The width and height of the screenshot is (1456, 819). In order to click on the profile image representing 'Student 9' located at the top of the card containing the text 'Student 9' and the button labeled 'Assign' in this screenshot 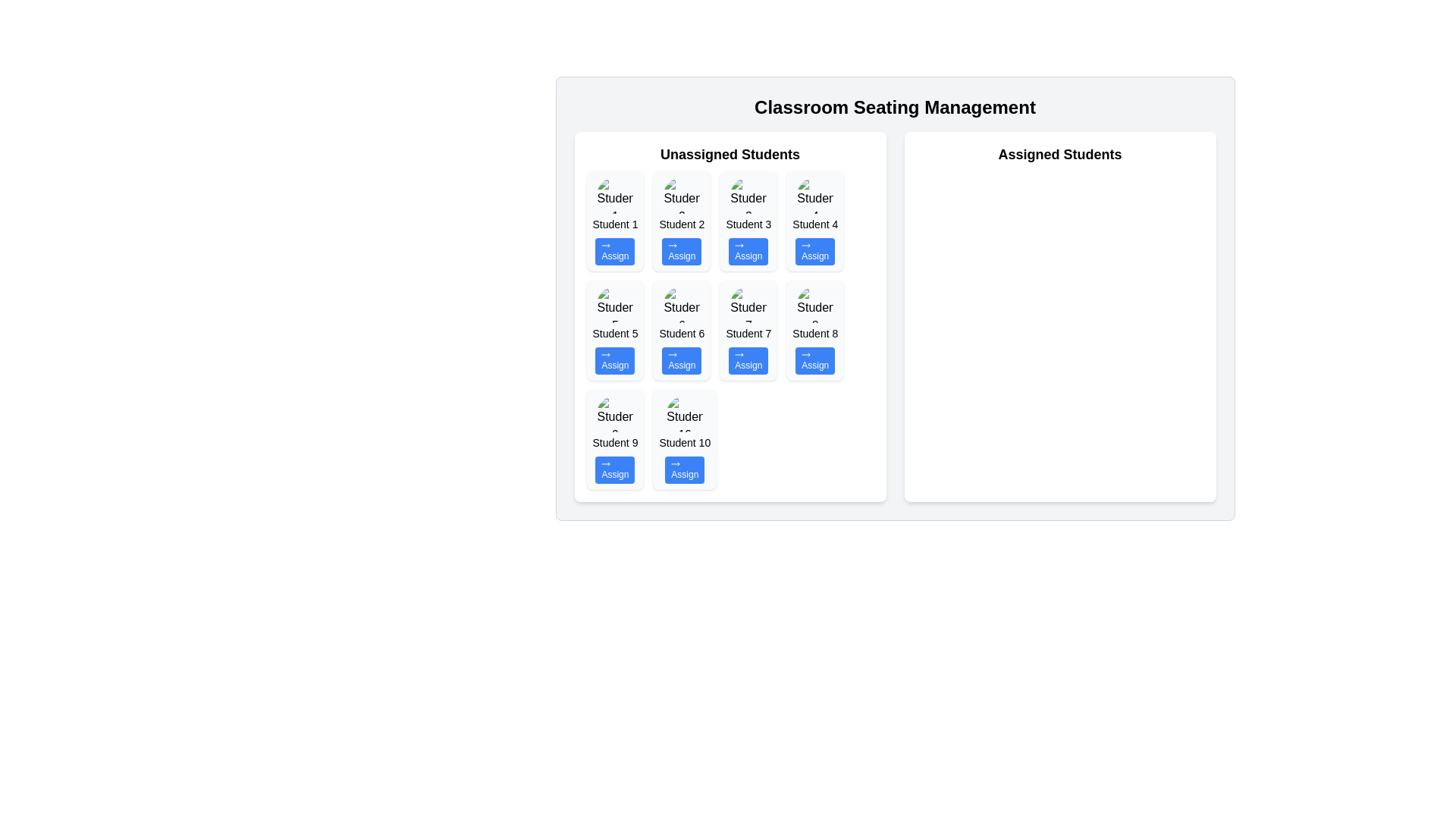, I will do `click(615, 414)`.